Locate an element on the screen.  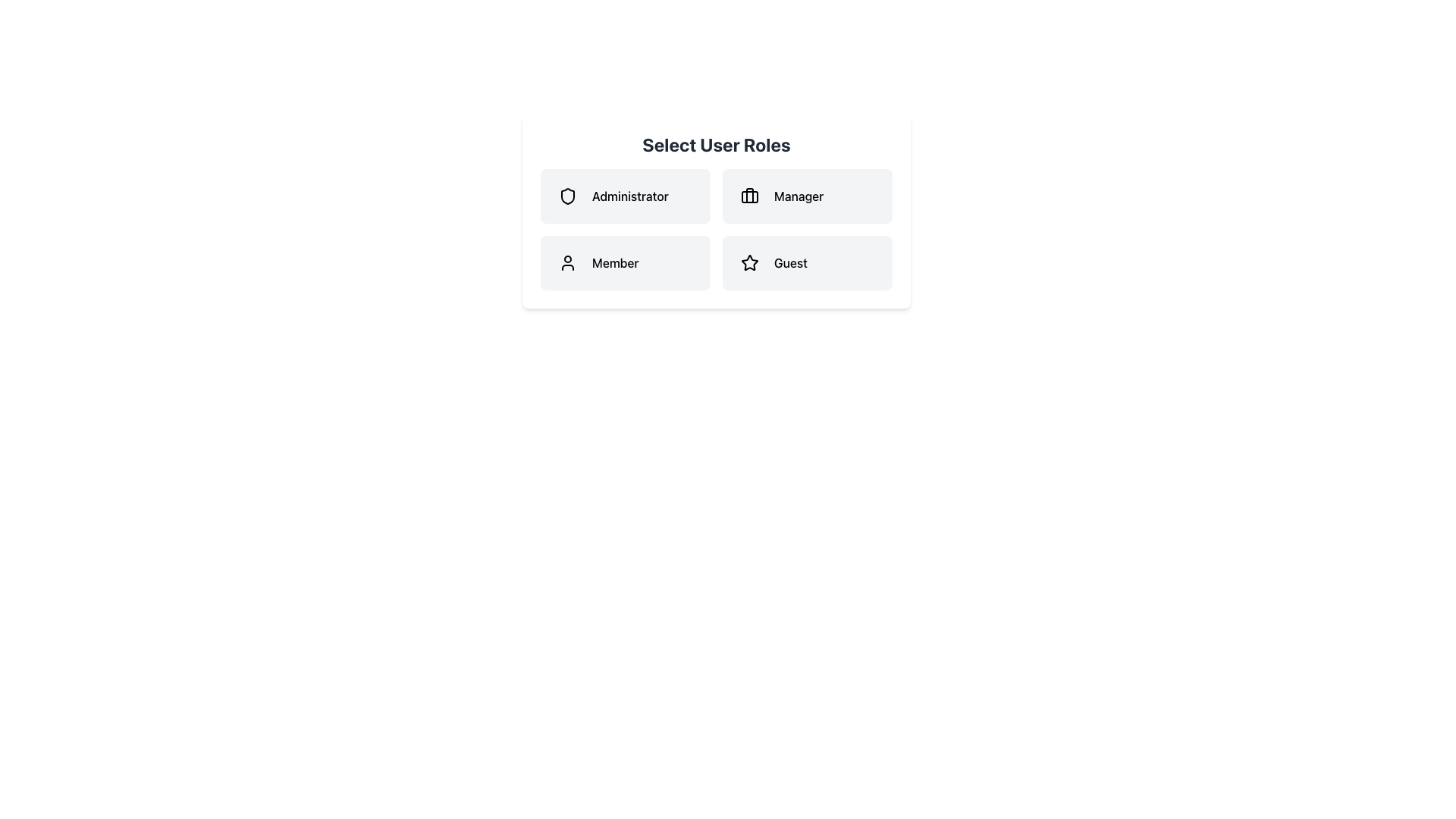
the 'Member' button is located at coordinates (626, 262).